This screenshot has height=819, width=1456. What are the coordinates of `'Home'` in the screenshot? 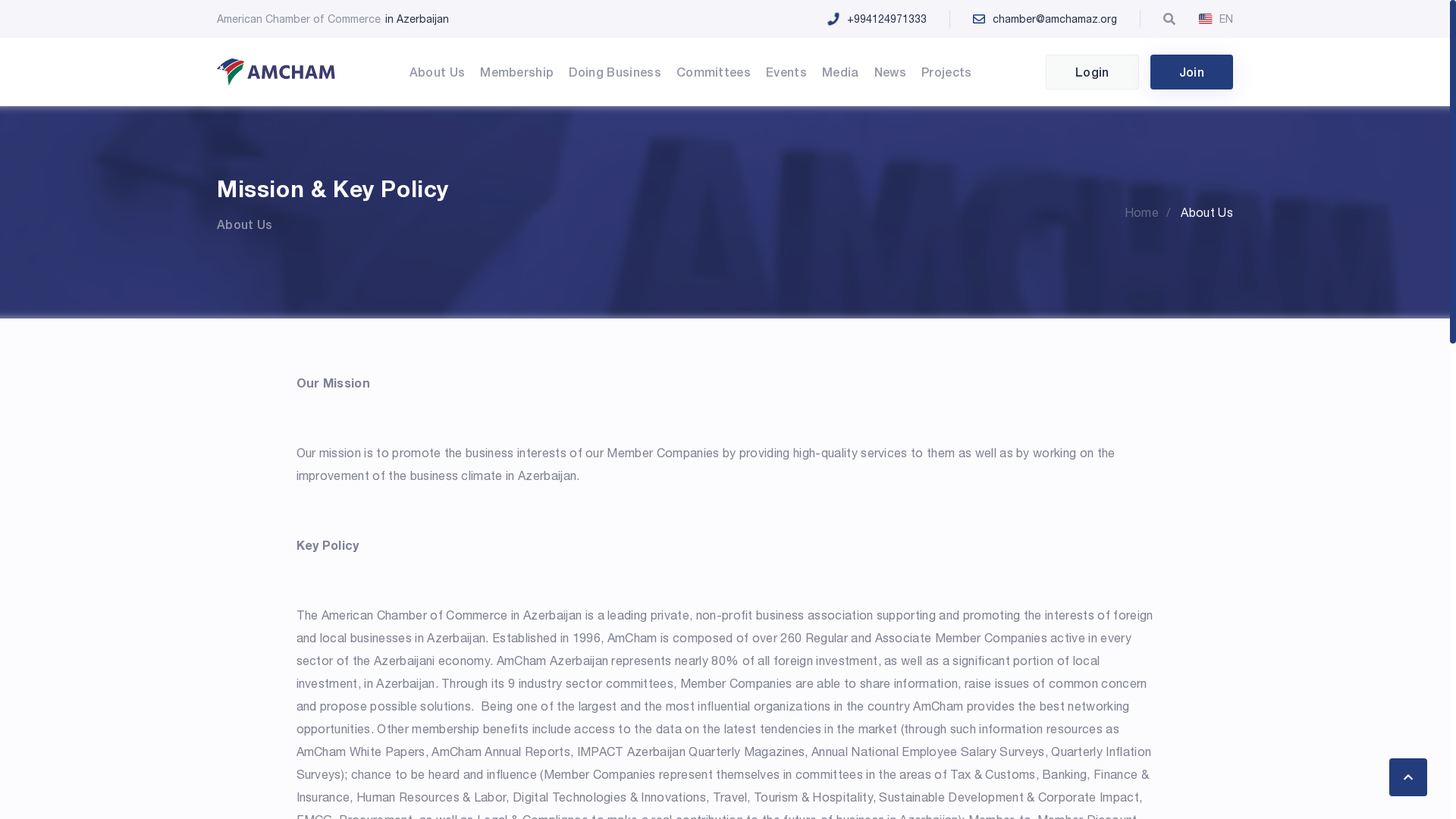 It's located at (1151, 212).